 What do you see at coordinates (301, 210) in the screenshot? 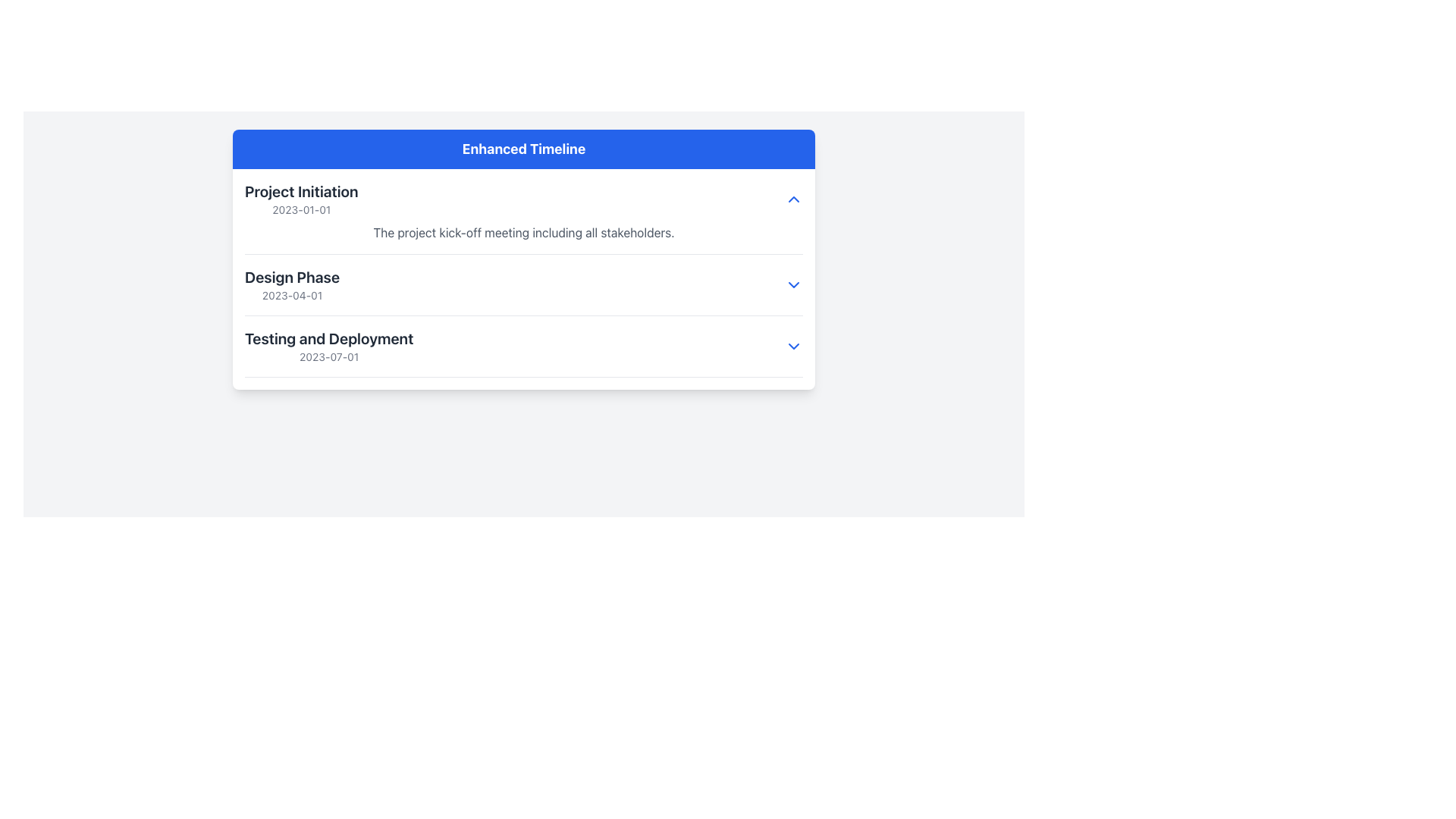
I see `date displayed in the text label showing '2023-01-01' located below 'Project Initiation' in the timeline component` at bounding box center [301, 210].